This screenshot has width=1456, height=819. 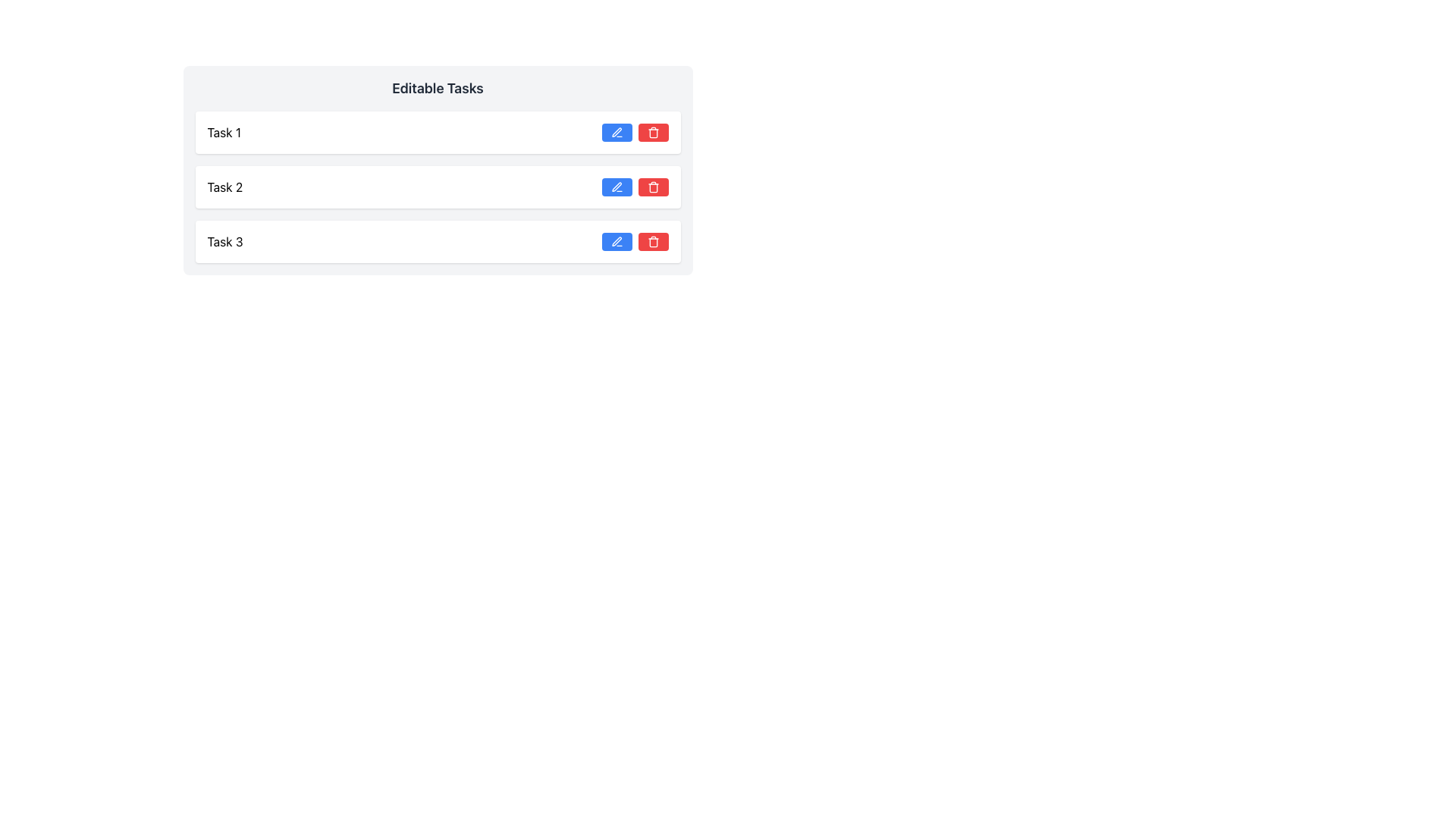 I want to click on the blue button with a pen icon on the left side of the actions column for 'Task 1' to initiate task editing, so click(x=635, y=131).